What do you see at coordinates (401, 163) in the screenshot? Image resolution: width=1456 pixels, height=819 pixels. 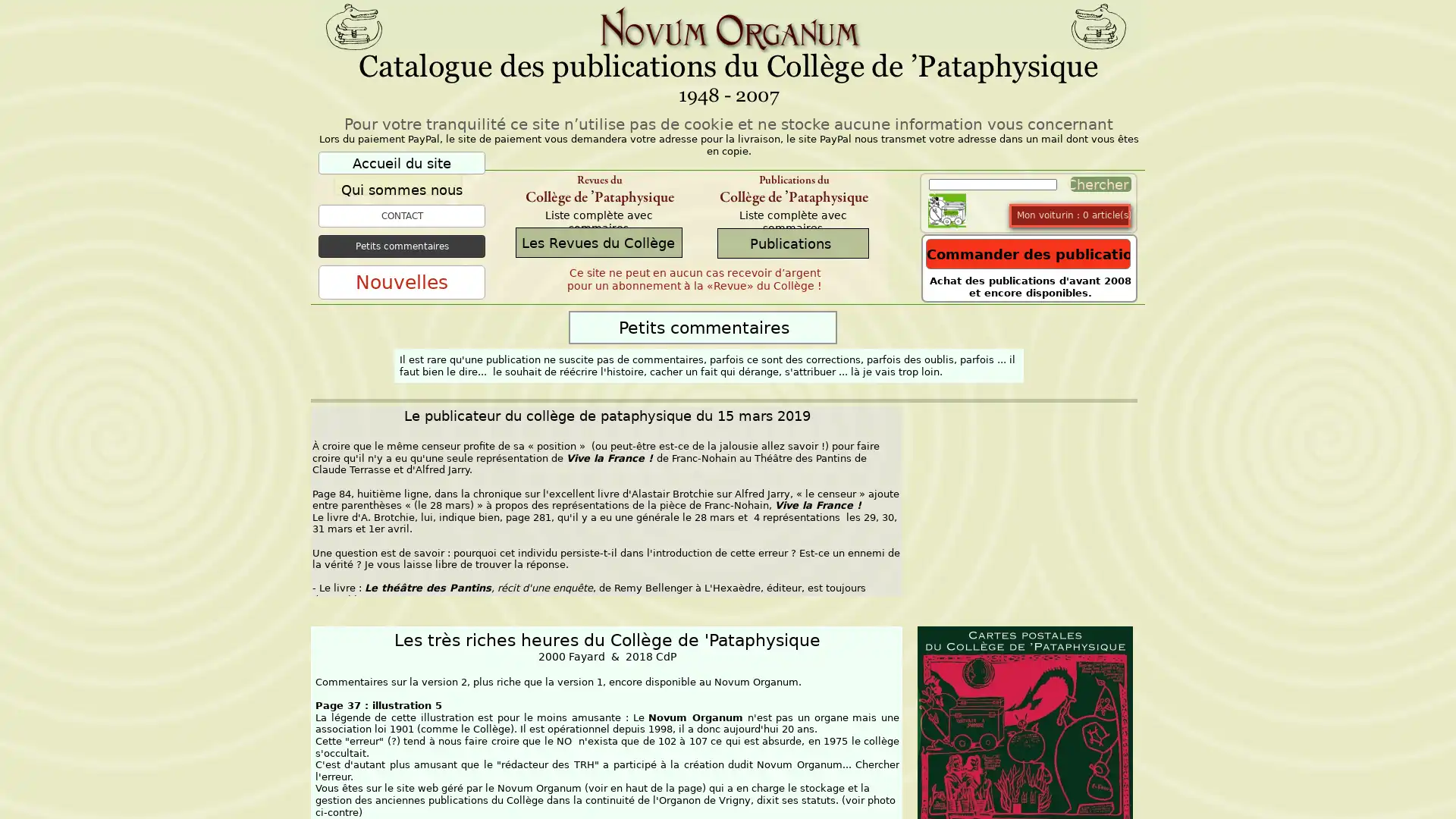 I see `Accueil du site` at bounding box center [401, 163].